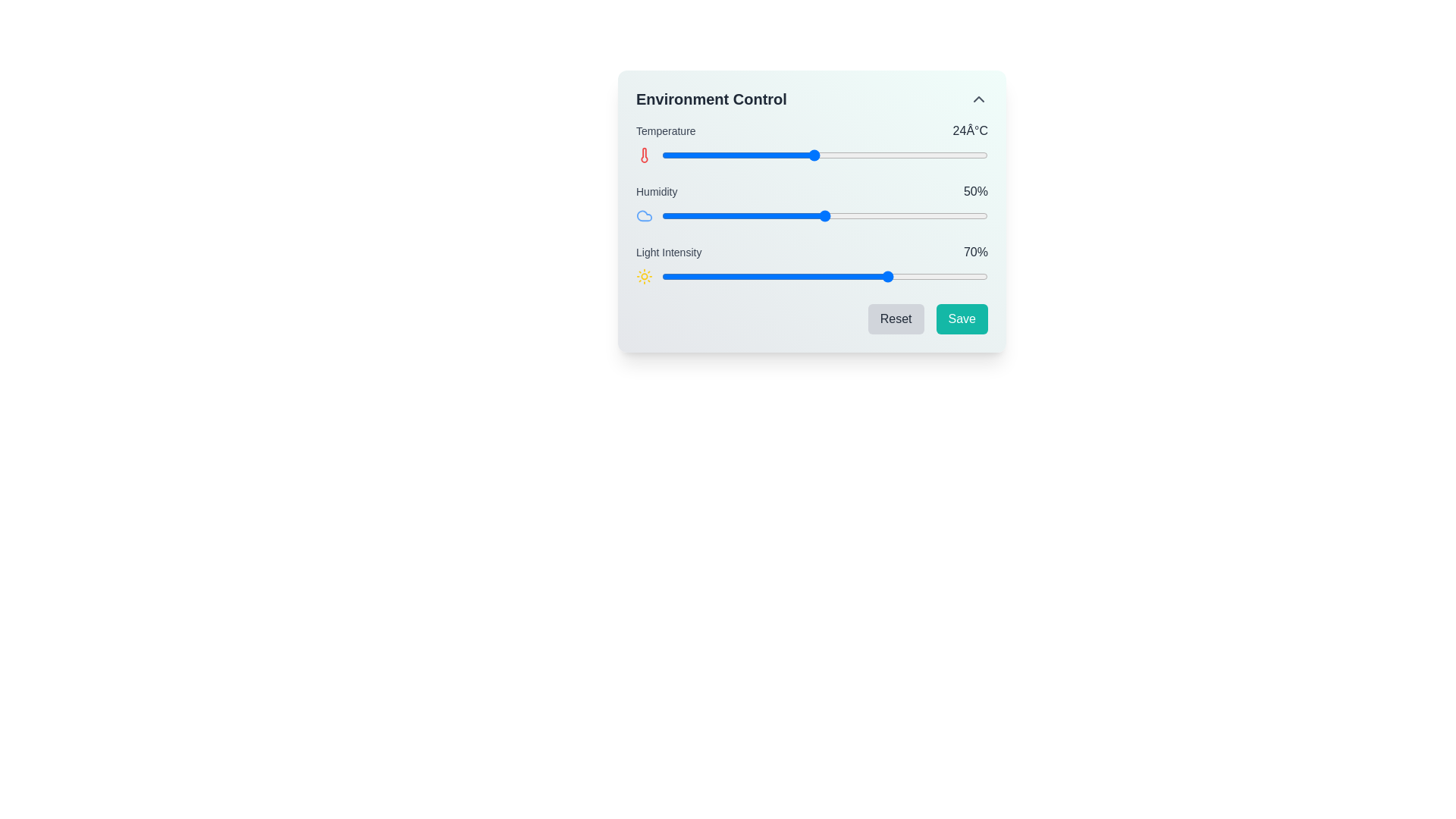 Image resolution: width=1456 pixels, height=819 pixels. What do you see at coordinates (737, 216) in the screenshot?
I see `the humidity level` at bounding box center [737, 216].